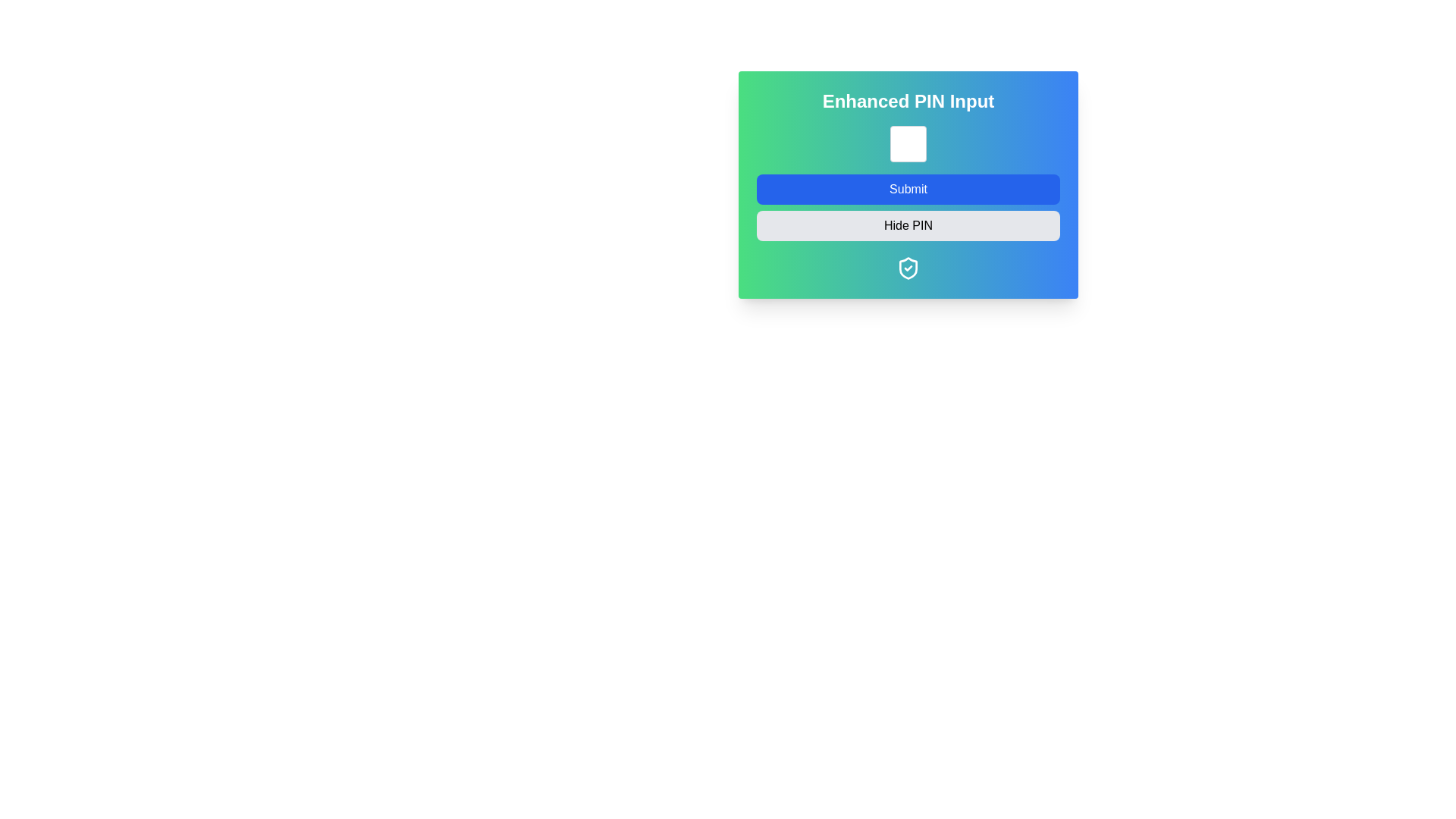 Image resolution: width=1456 pixels, height=819 pixels. Describe the element at coordinates (908, 225) in the screenshot. I see `the 'Hide PIN' button, which is a rectangular button with rounded corners located below the 'Submit' button in the 'Enhanced PIN Input' card` at that location.